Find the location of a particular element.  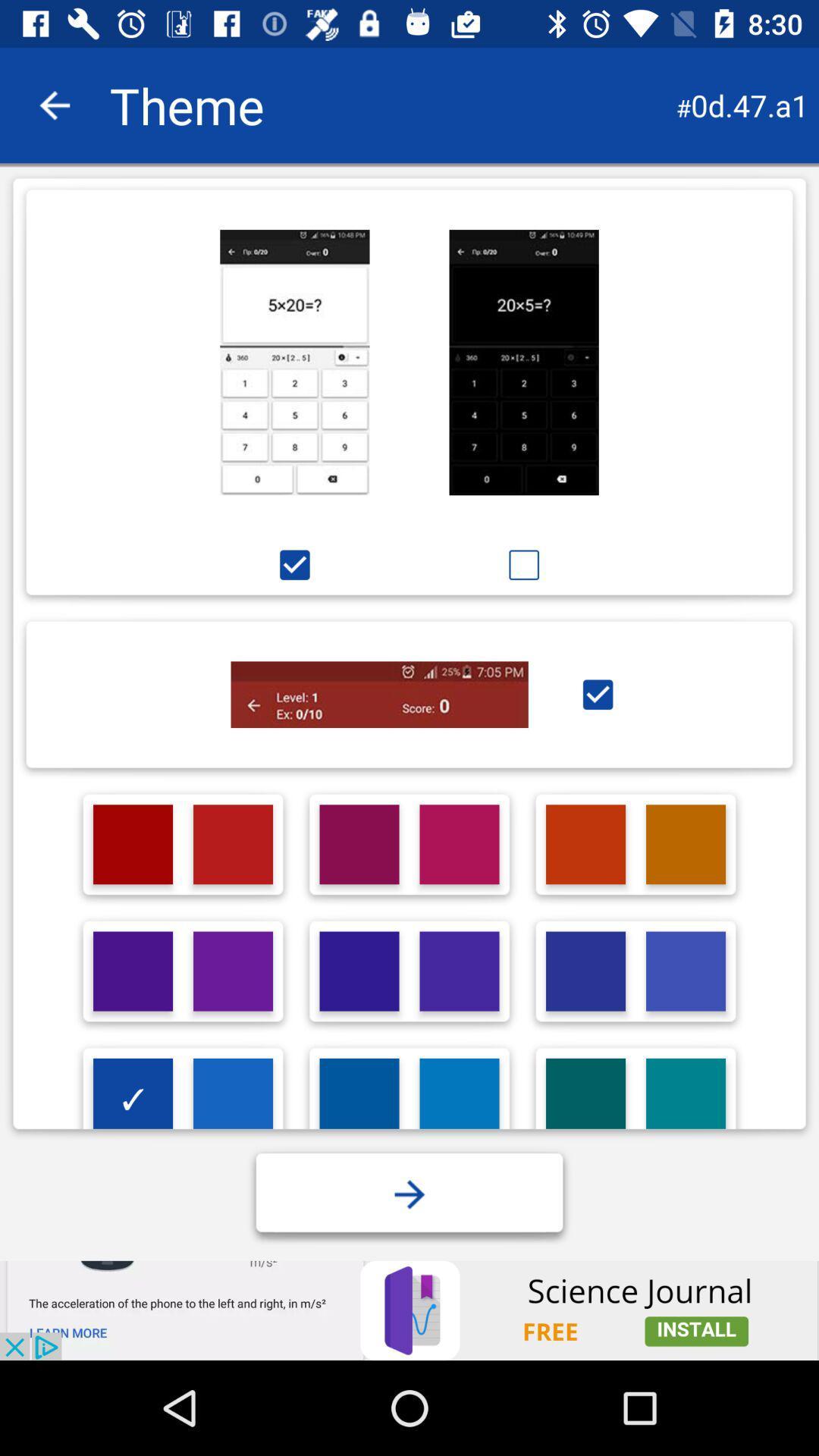

logon is located at coordinates (458, 971).